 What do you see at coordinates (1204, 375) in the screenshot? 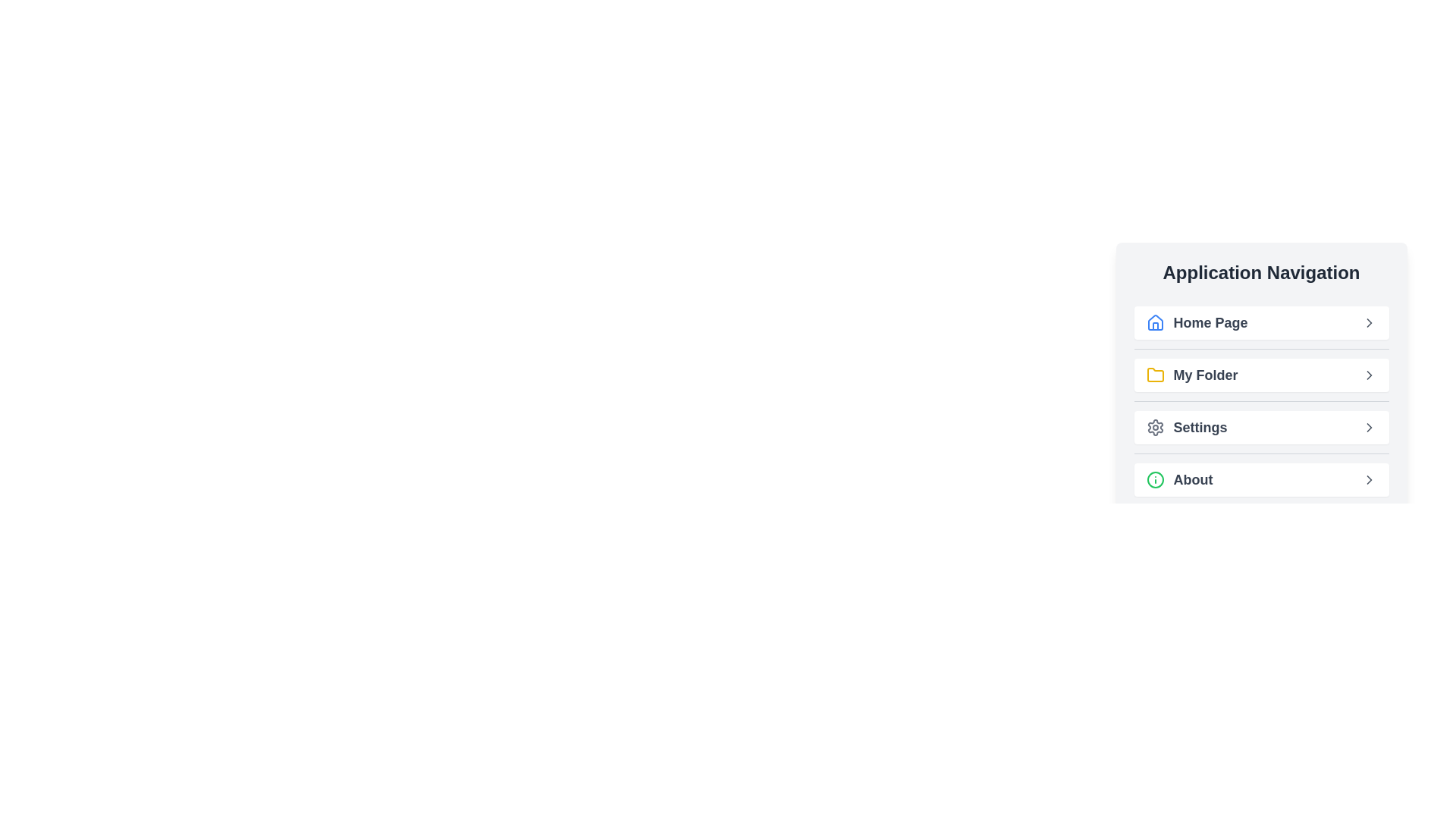
I see `'My Folder' text label, which is part of the Application Navigation menu, located next to a yellow folder icon` at bounding box center [1204, 375].